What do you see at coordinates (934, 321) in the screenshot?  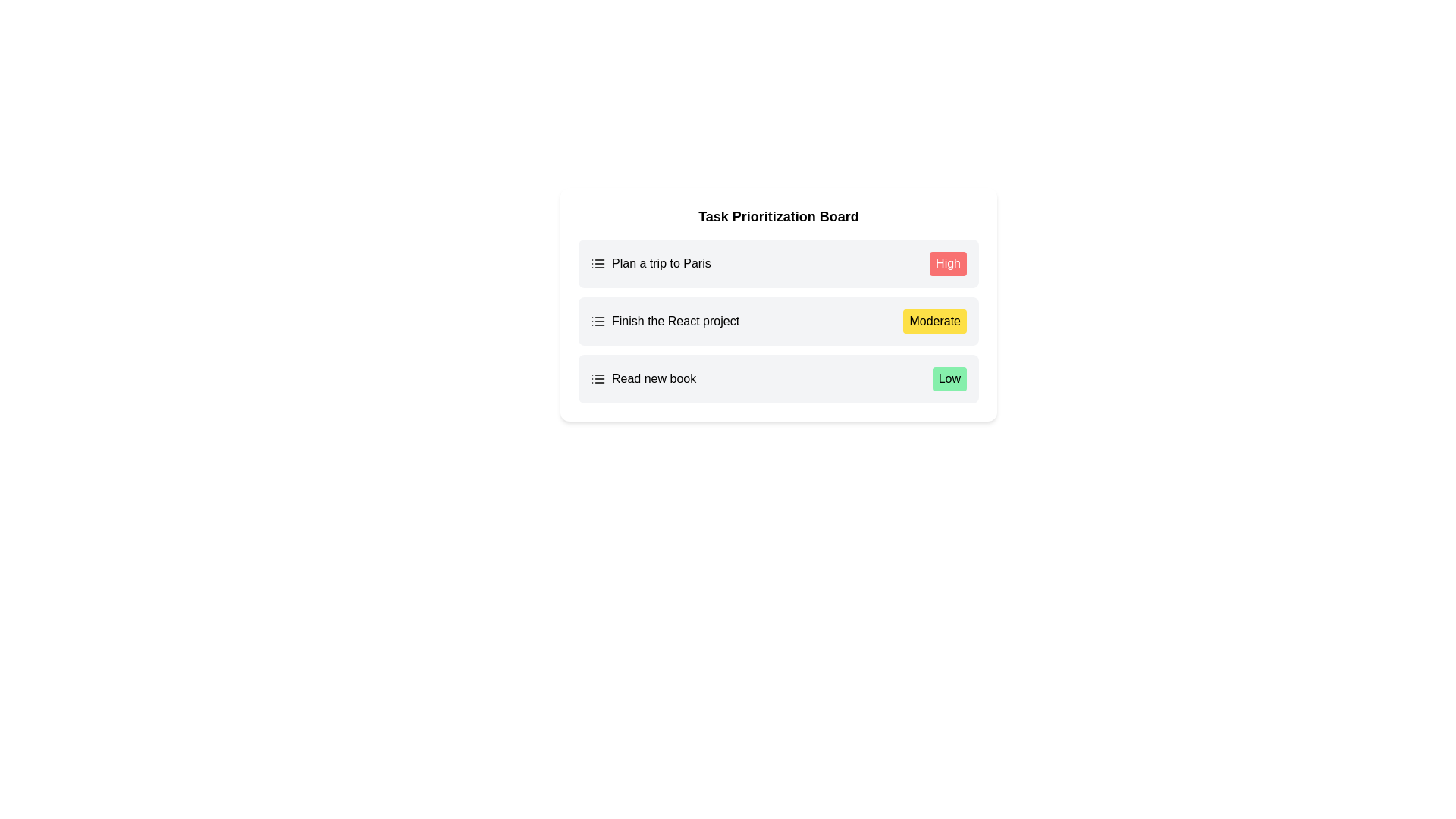 I see `Priority label with the text 'Moderate', which has a yellow background and is located on the right side of the 'Finish the React project' entry` at bounding box center [934, 321].